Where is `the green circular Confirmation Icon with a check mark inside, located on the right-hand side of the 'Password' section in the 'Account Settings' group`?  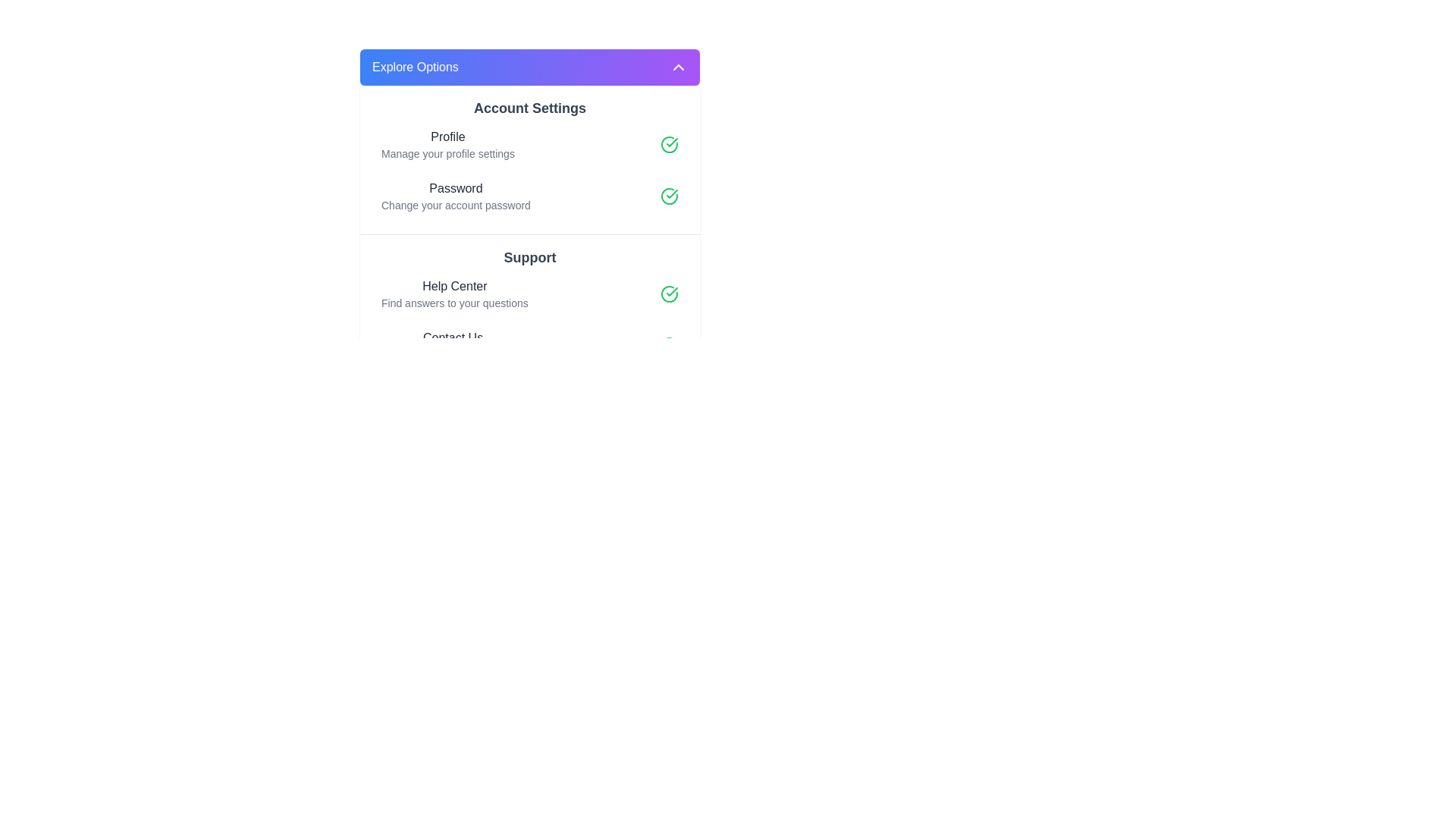
the green circular Confirmation Icon with a check mark inside, located on the right-hand side of the 'Password' section in the 'Account Settings' group is located at coordinates (669, 195).